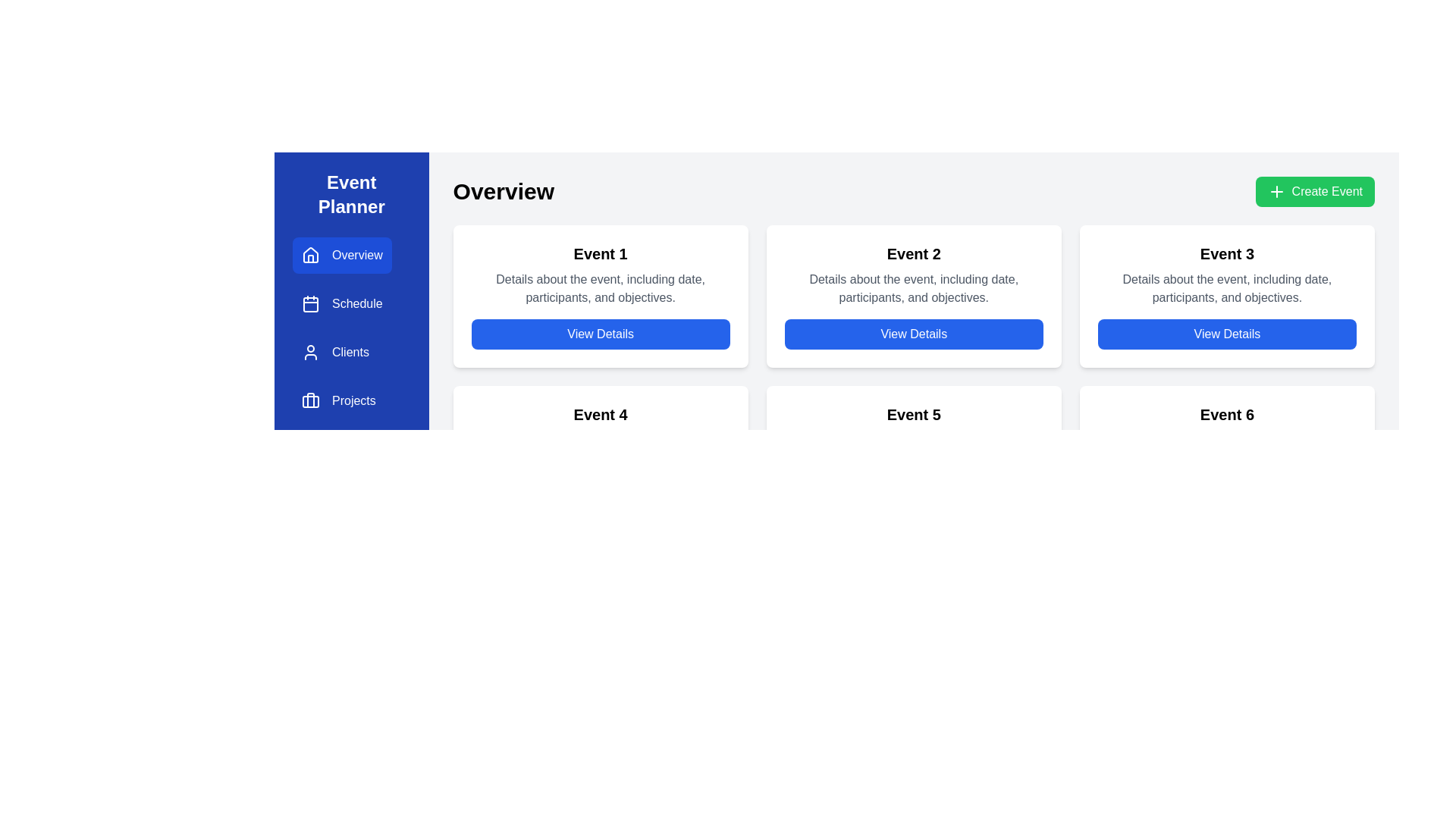  What do you see at coordinates (341, 353) in the screenshot?
I see `the third item in the Navigation menu located in the left sidebar beneath the 'Event Planner' heading` at bounding box center [341, 353].